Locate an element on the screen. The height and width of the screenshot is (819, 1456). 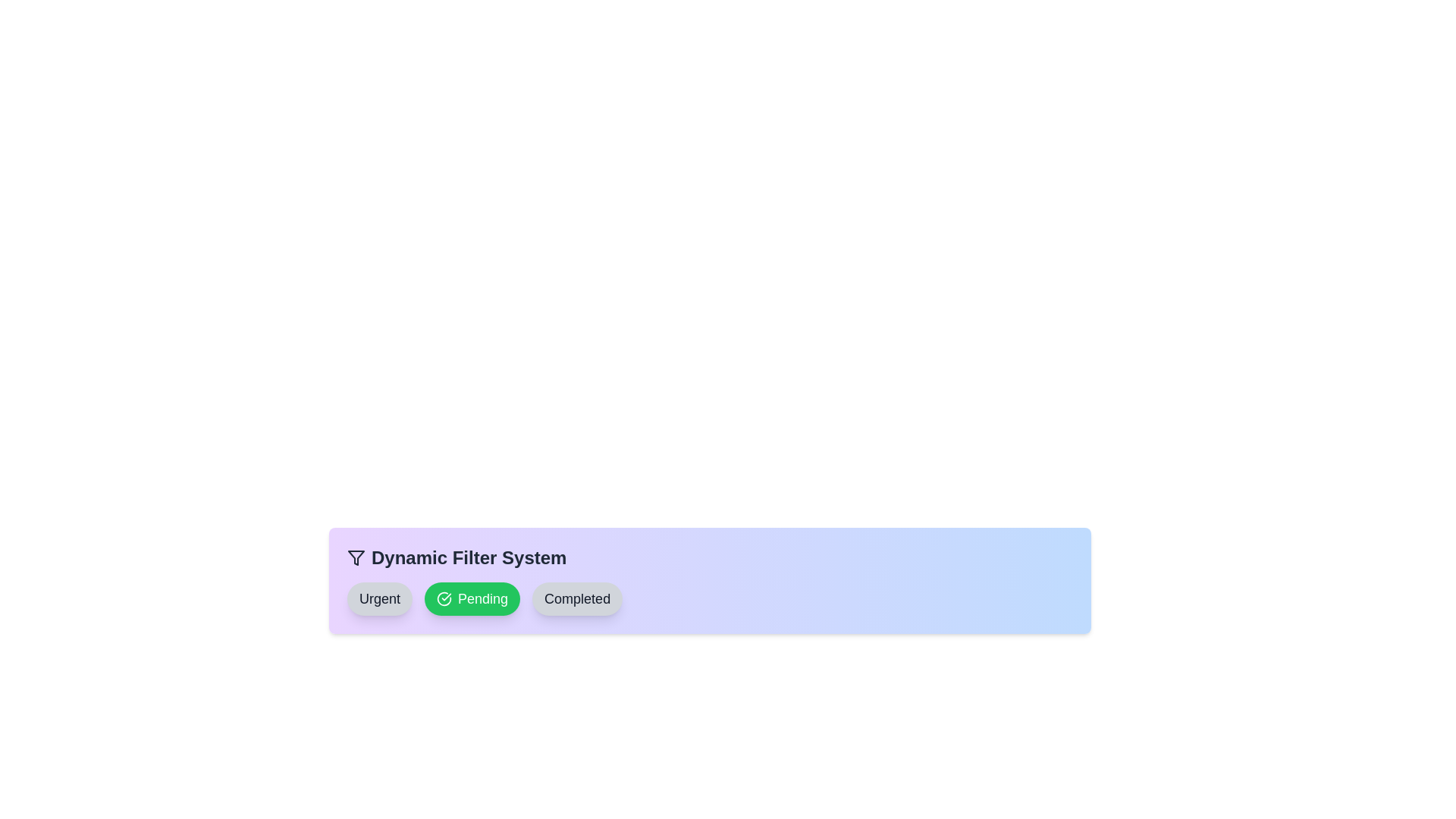
the filter icon at the header of the component is located at coordinates (356, 558).